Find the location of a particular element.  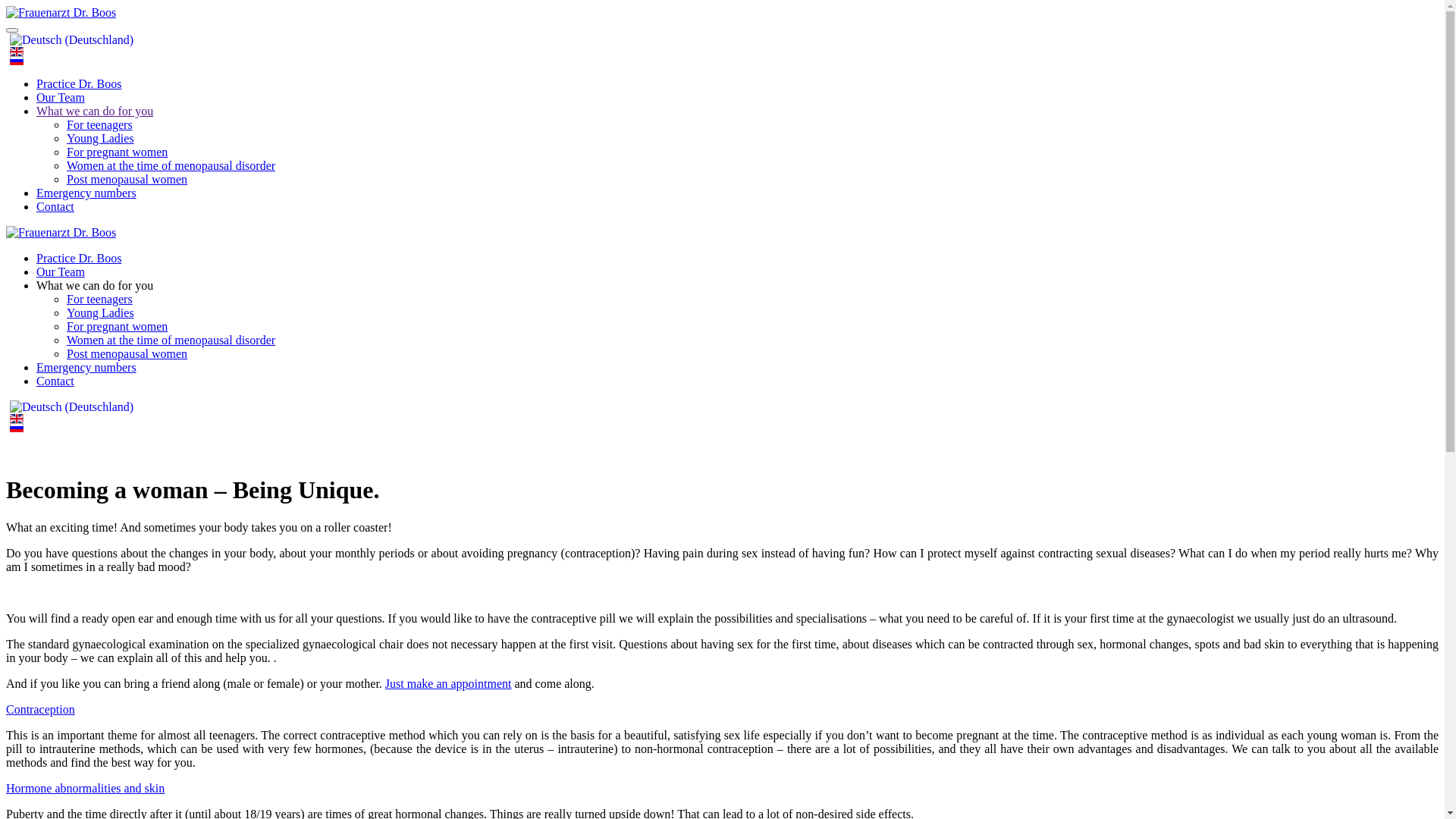

'Contraception' is located at coordinates (40, 709).